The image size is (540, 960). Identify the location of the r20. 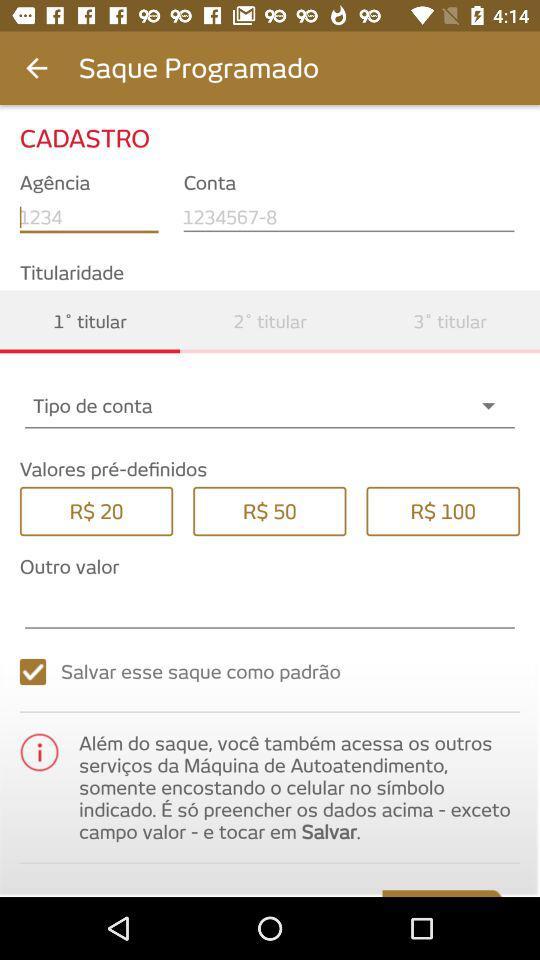
(95, 510).